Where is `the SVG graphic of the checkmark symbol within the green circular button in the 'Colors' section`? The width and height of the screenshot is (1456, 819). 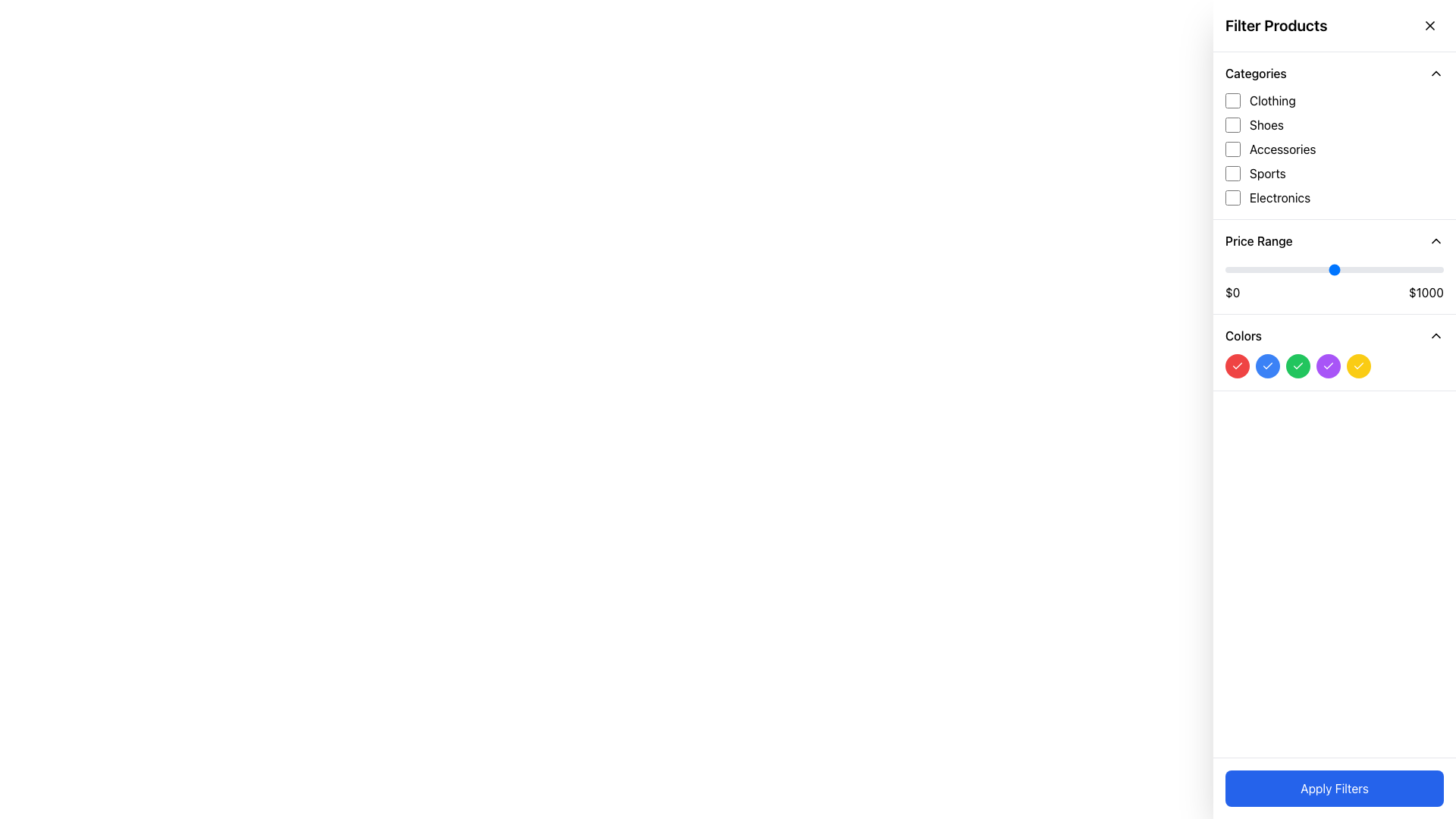 the SVG graphic of the checkmark symbol within the green circular button in the 'Colors' section is located at coordinates (1298, 366).